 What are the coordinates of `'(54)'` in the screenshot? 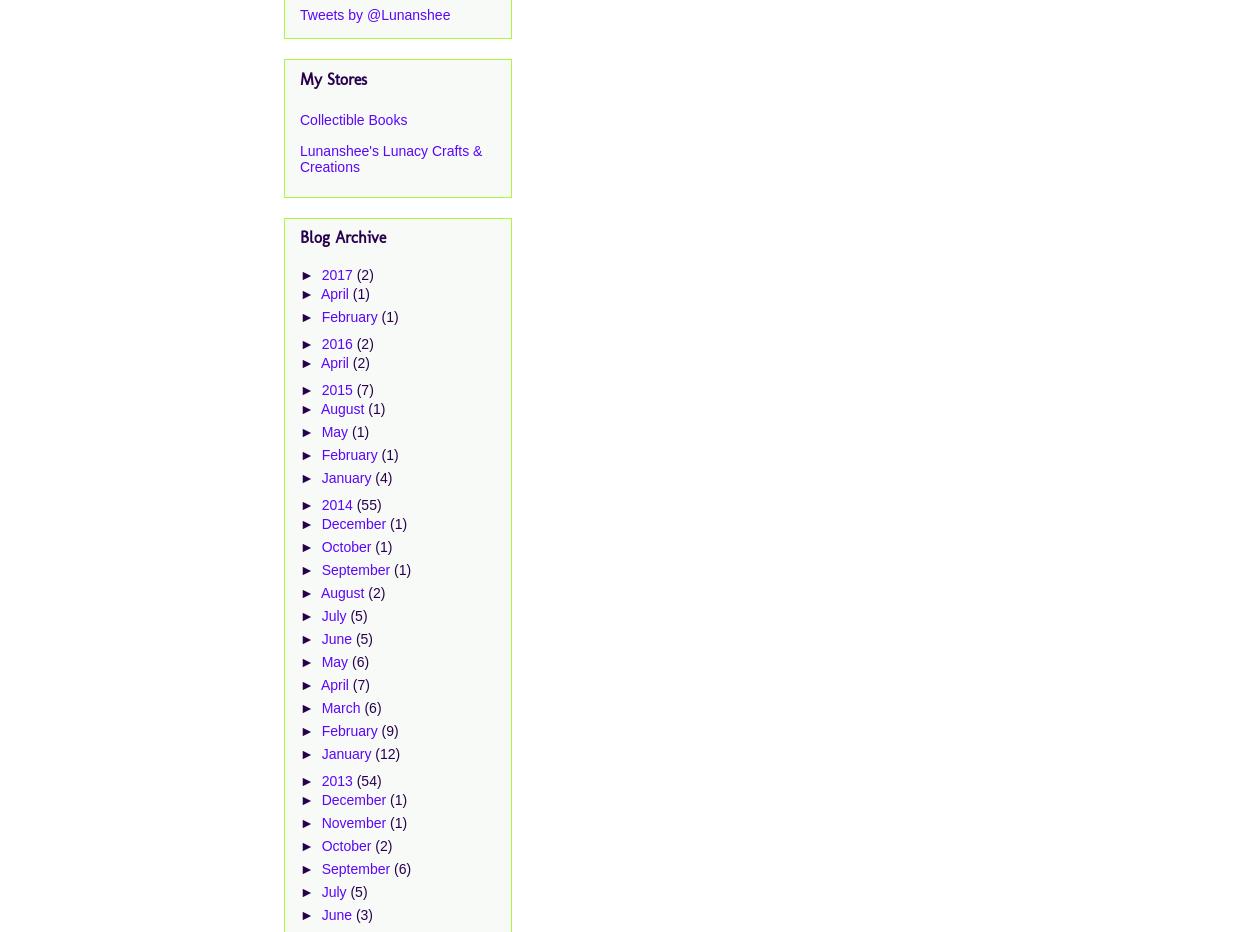 It's located at (367, 779).